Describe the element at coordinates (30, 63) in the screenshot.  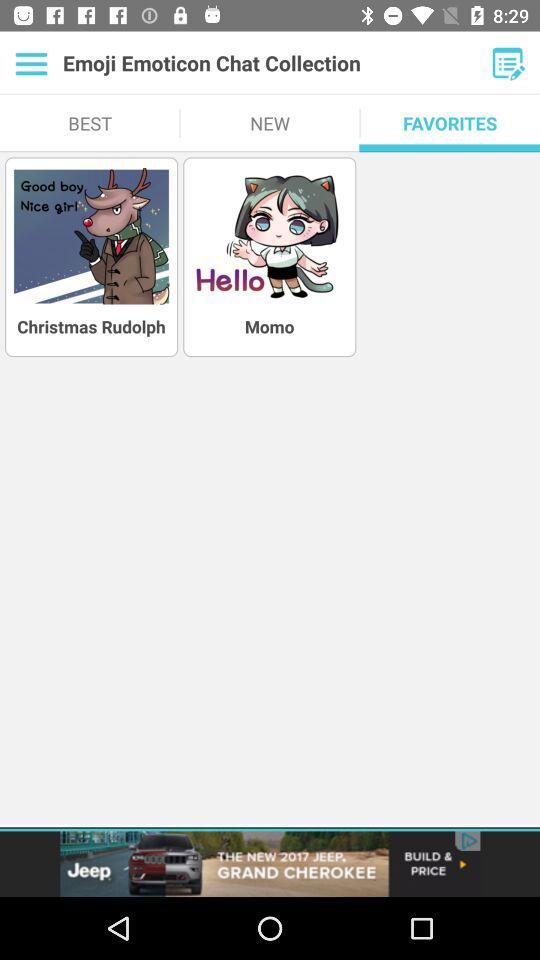
I see `open menu` at that location.